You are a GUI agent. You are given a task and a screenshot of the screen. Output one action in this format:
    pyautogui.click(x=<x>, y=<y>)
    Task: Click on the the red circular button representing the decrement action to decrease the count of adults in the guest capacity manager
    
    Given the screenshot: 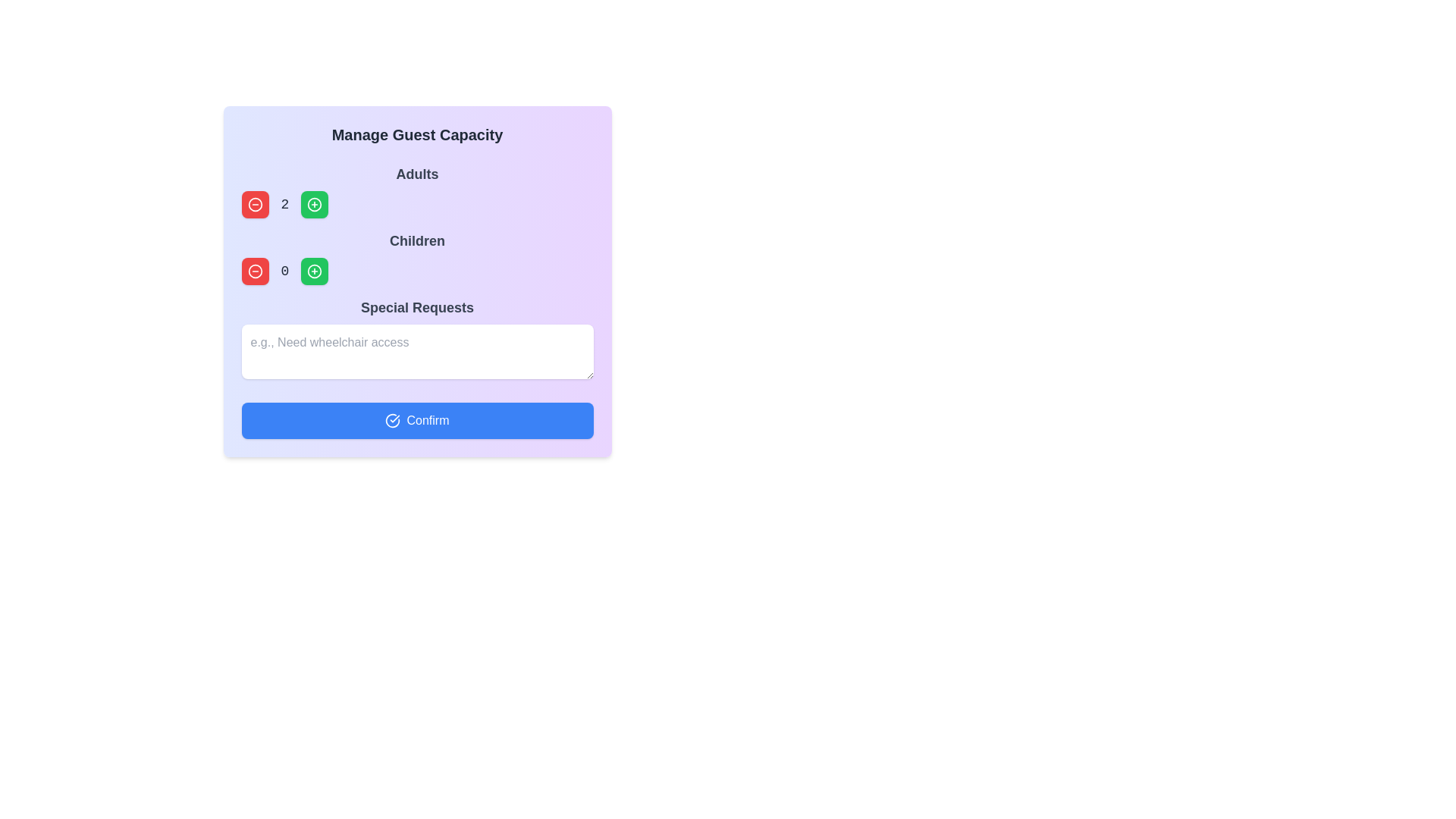 What is the action you would take?
    pyautogui.click(x=255, y=205)
    